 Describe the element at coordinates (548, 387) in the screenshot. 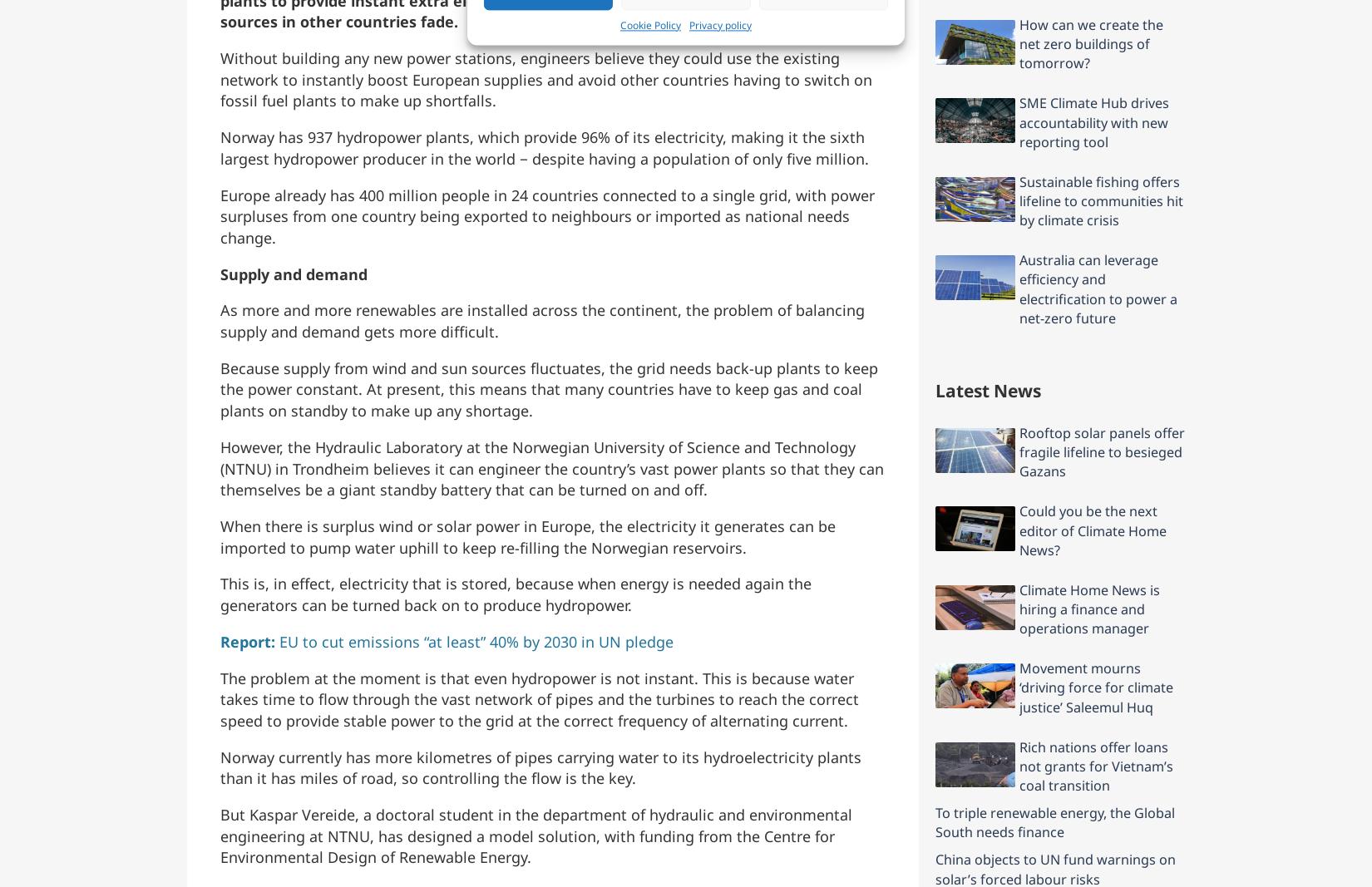

I see `'Because supply from wind and sun sources fluctuates, the grid needs back-up plants to keep the power constant. At present, this means that many countries have to keep gas and coal plants on standby to make up any shortage.'` at that location.